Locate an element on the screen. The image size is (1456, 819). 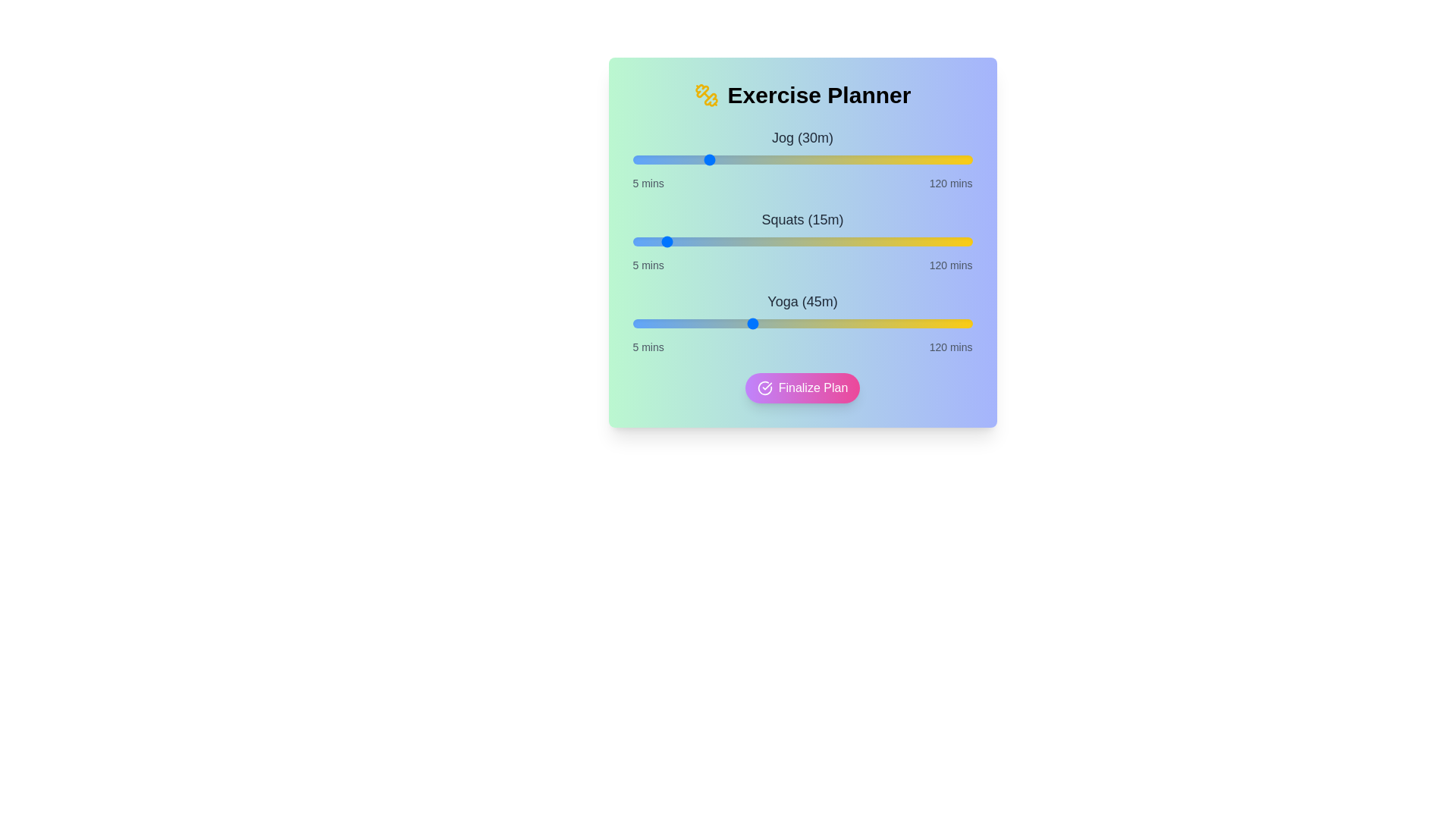
the 'Jog' slider to a specific duration 38 is located at coordinates (730, 160).